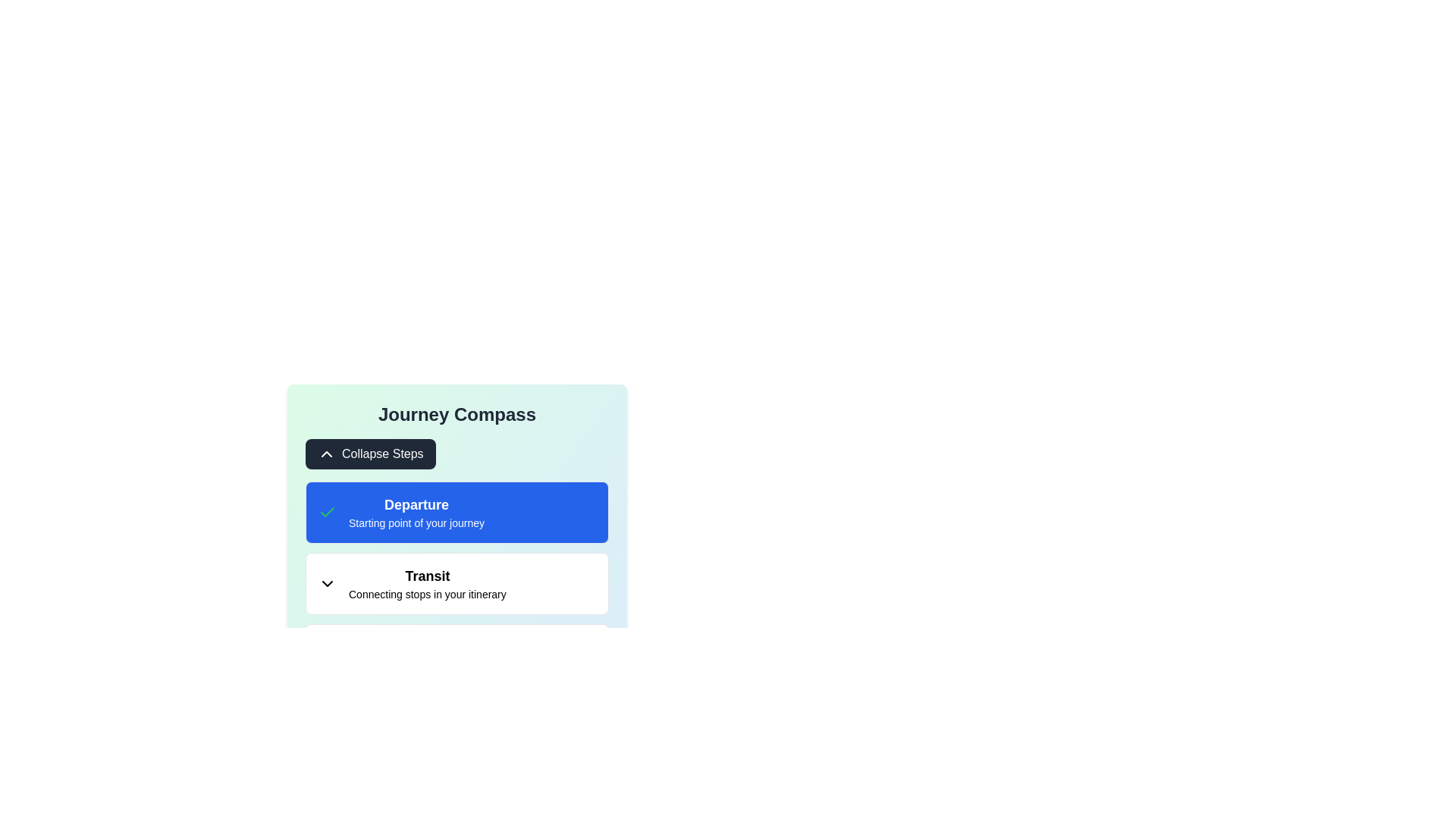  I want to click on the downward-pointing chevron icon with a black outline located on the left side of the 'Transit' label within a white card interface for possible tooltip display, so click(327, 583).